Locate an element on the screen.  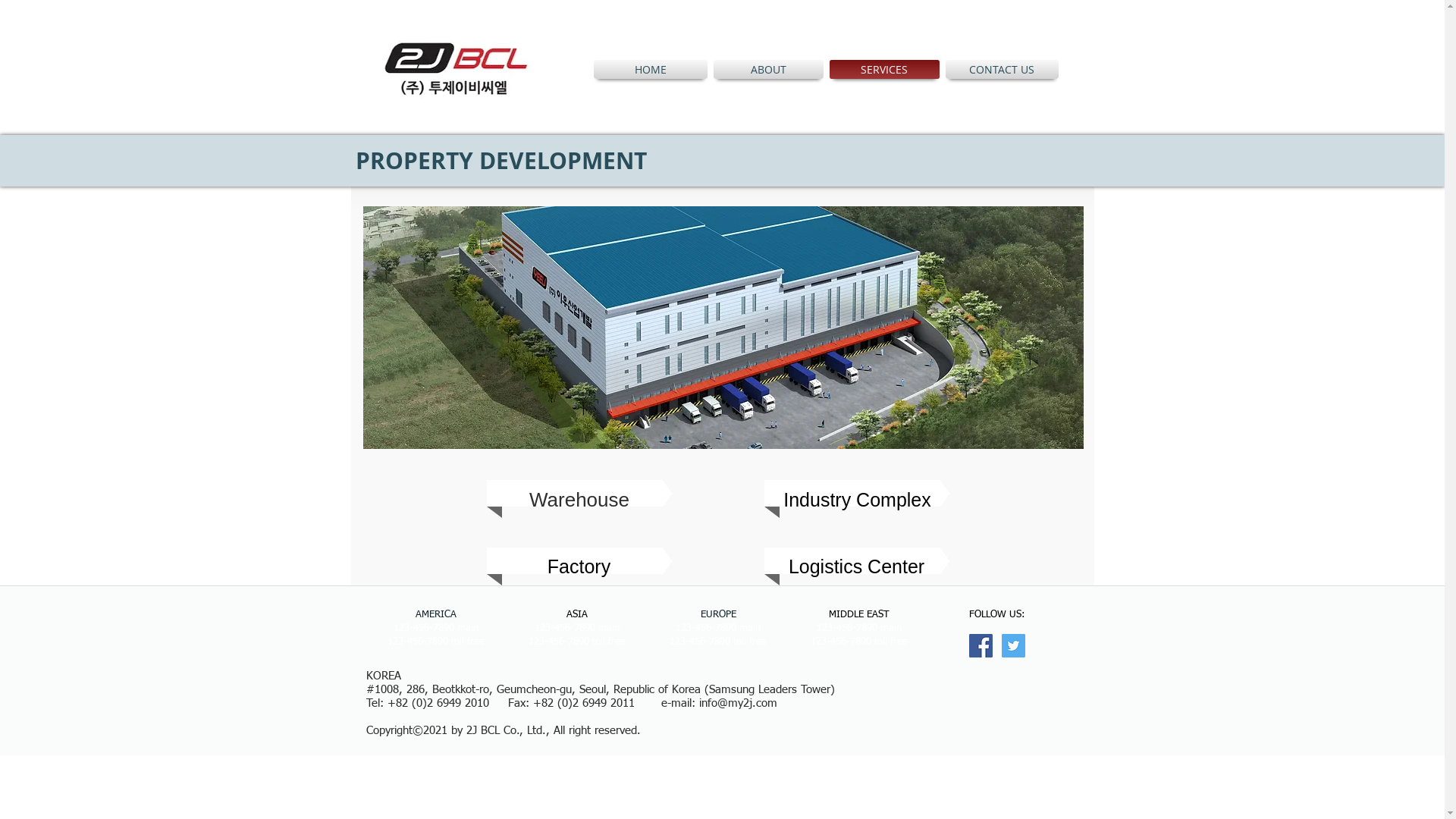
'info@my2j.com' is located at coordinates (738, 703).